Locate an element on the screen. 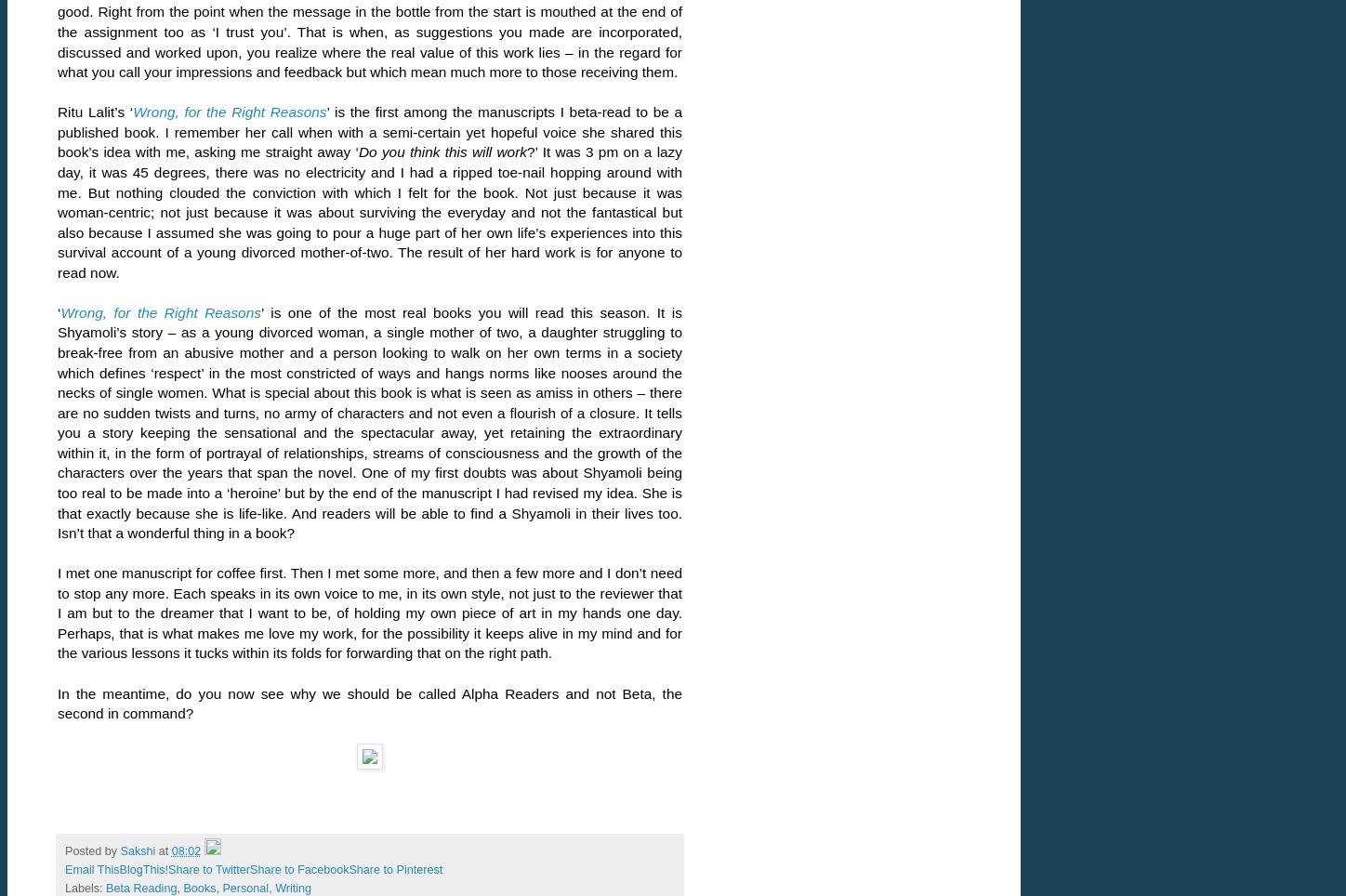  'Do you think this will work' is located at coordinates (441, 151).